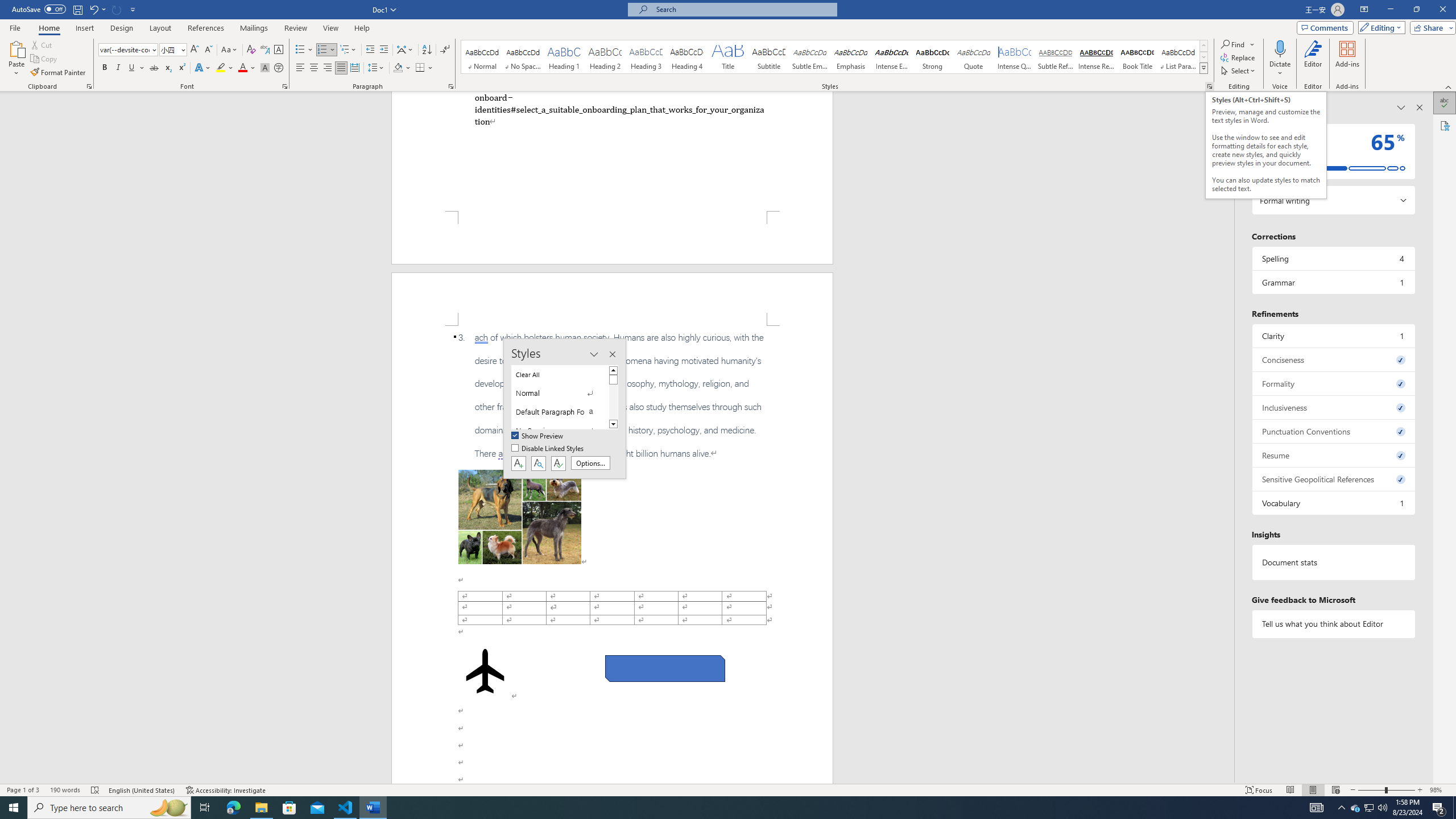  What do you see at coordinates (1280, 48) in the screenshot?
I see `'Dictate'` at bounding box center [1280, 48].